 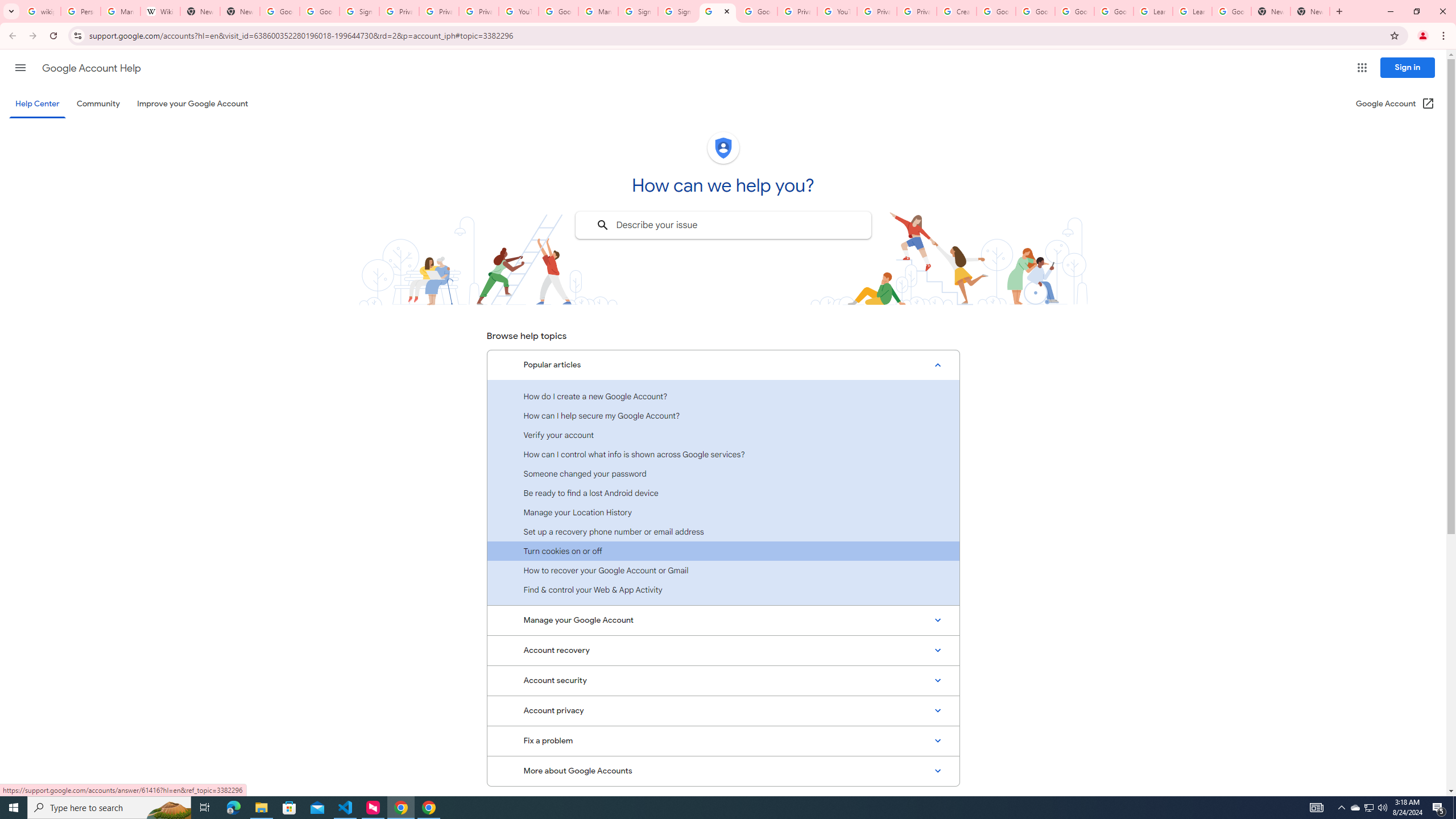 I want to click on 'Popular articles, Expanded list with 11 items', so click(x=723, y=365).